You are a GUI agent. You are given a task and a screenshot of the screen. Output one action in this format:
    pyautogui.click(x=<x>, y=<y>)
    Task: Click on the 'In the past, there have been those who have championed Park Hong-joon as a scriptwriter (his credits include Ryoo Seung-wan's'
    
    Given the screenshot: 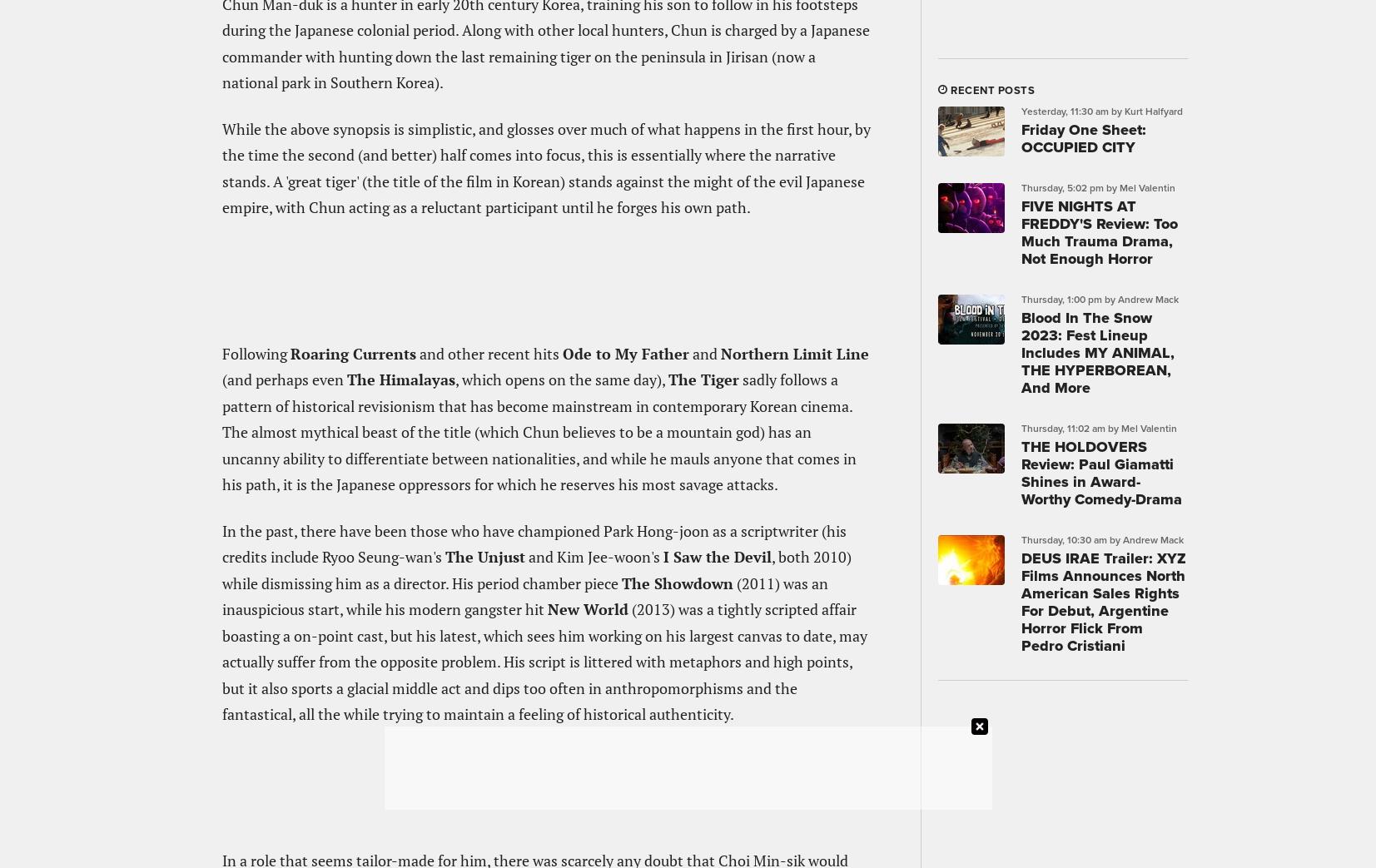 What is the action you would take?
    pyautogui.click(x=533, y=543)
    